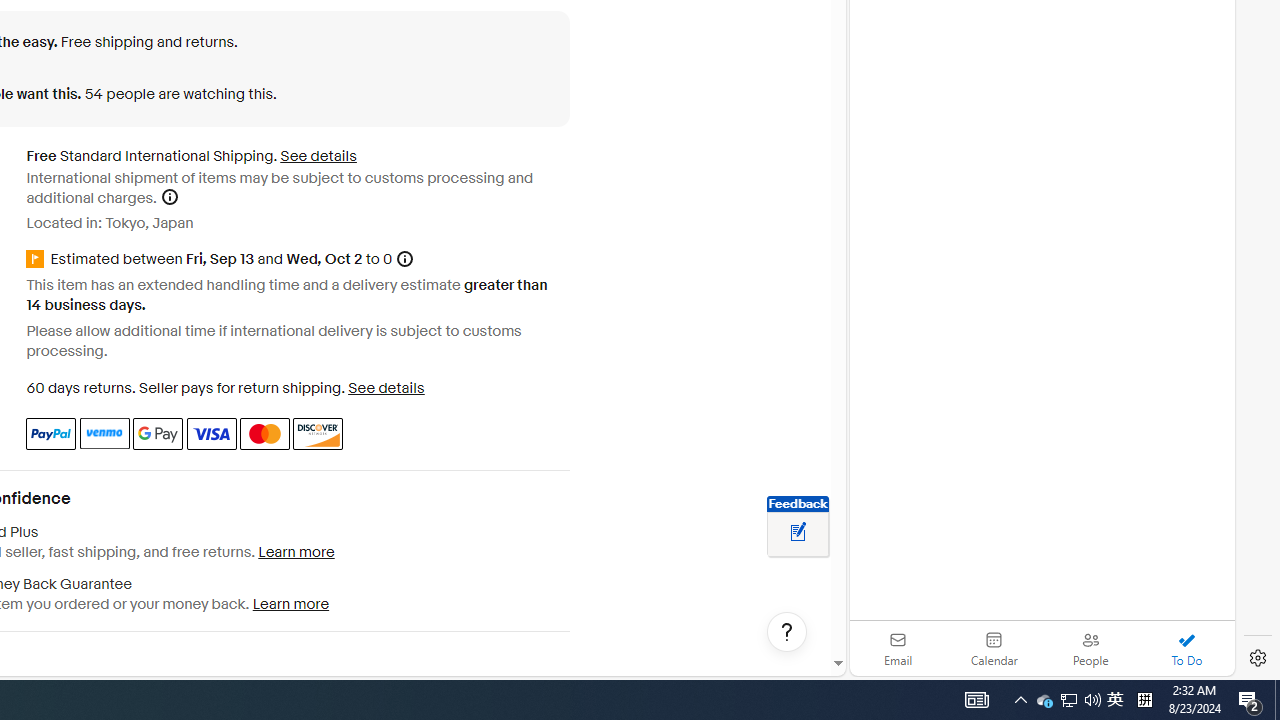 The width and height of the screenshot is (1280, 720). Describe the element at coordinates (211, 432) in the screenshot. I see `'Visa'` at that location.